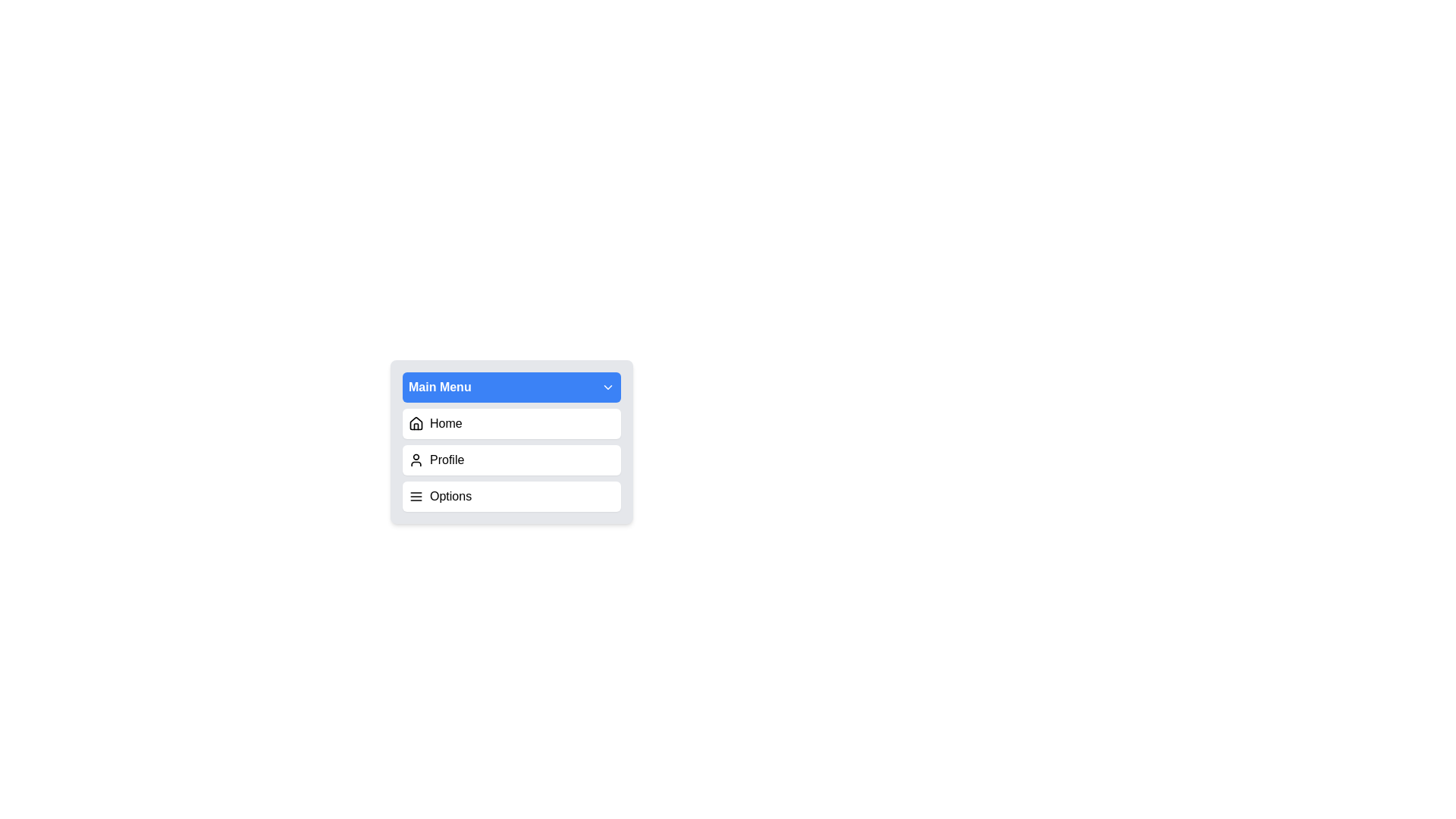 The height and width of the screenshot is (819, 1456). Describe the element at coordinates (416, 423) in the screenshot. I see `the home icon, which is a stylized house shape located next to the 'Home' text label in the vertical menu layout` at that location.